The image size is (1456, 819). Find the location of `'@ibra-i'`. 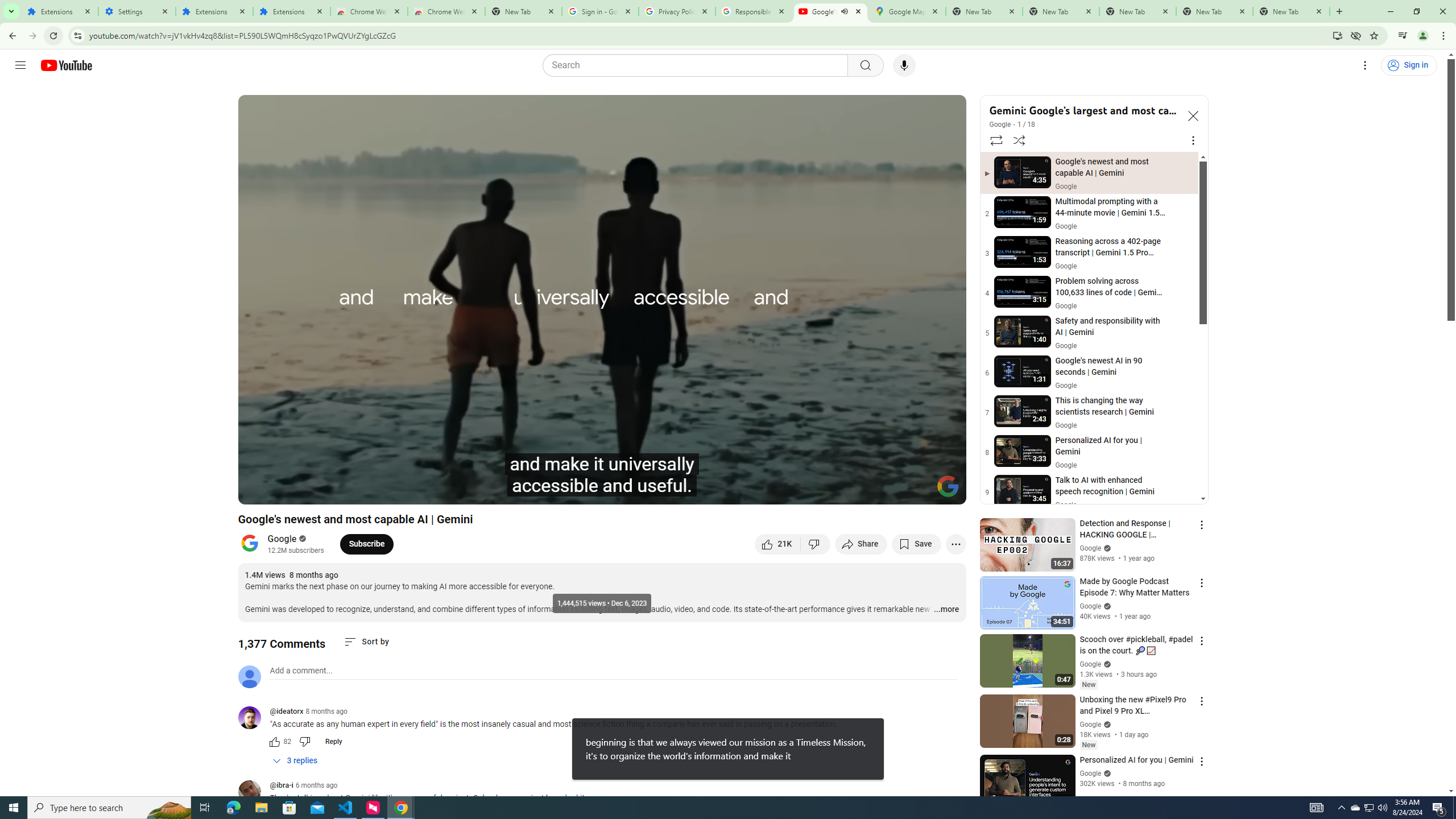

'@ibra-i' is located at coordinates (253, 792).